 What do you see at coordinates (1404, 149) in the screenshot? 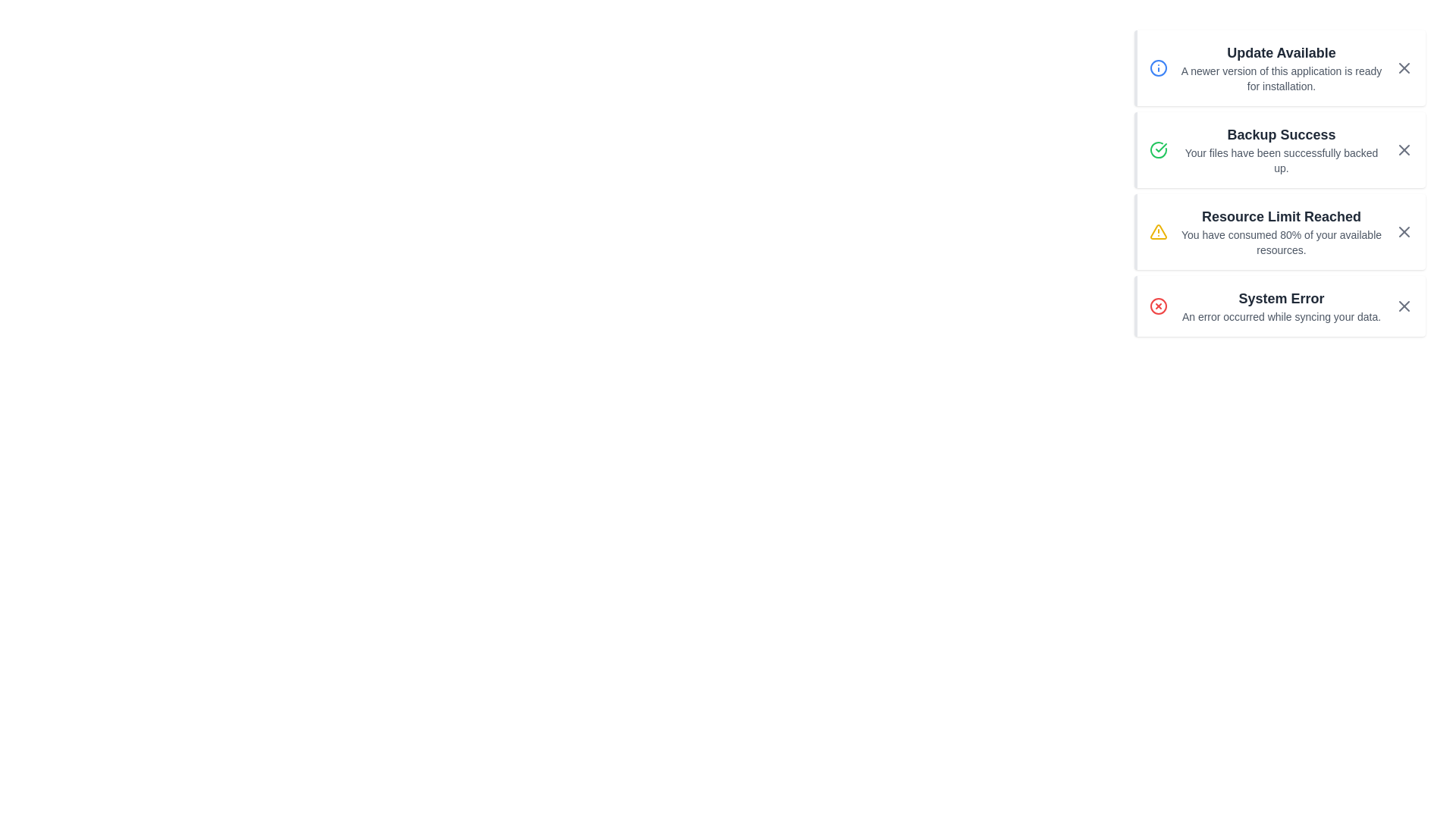
I see `the gray 'X' button located at the far right side of the 'Backup Success' notification card, beside the text 'Your files have been successfully backed up' to change its color to a darker shade` at bounding box center [1404, 149].